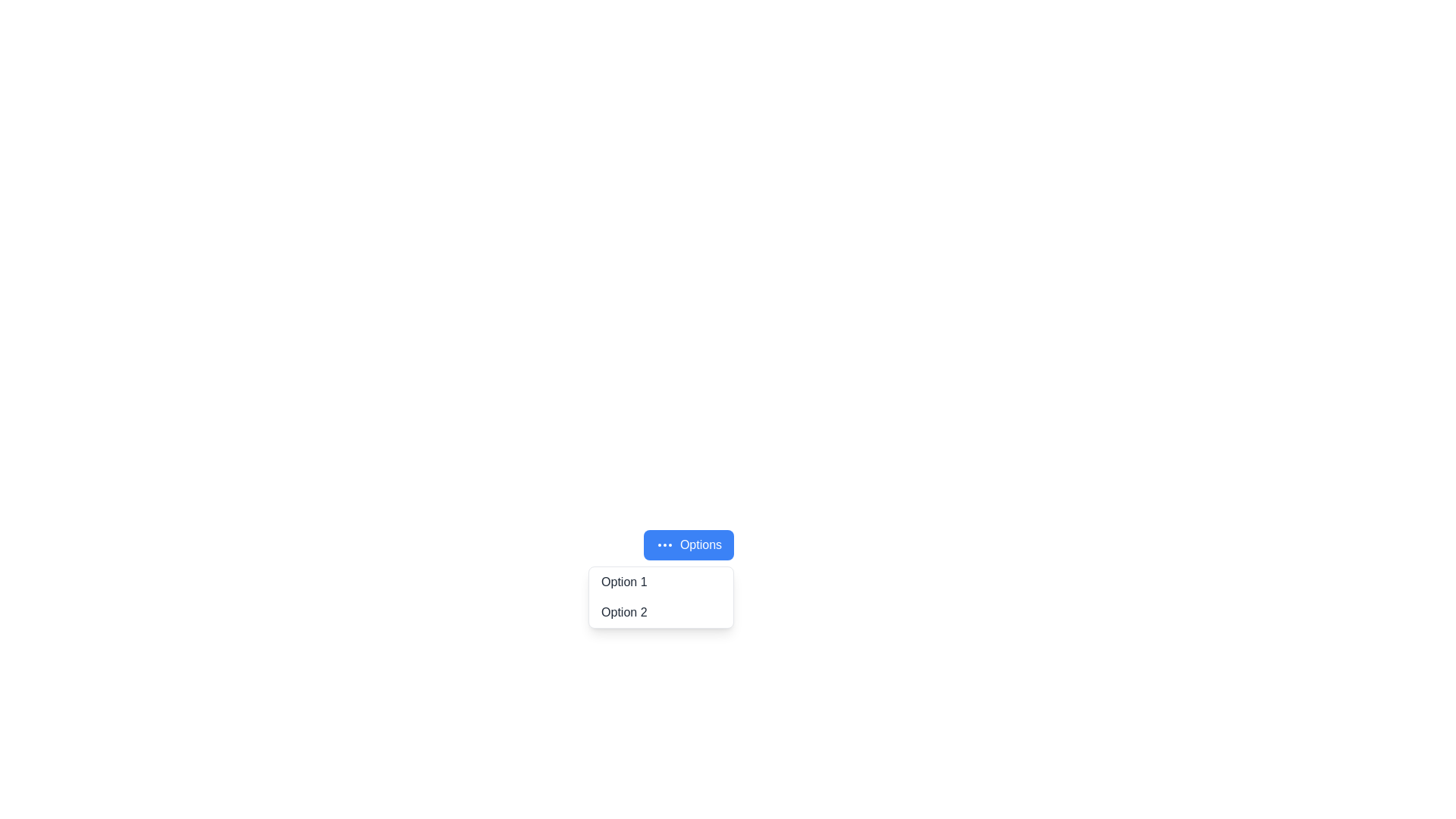 This screenshot has width=1456, height=819. What do you see at coordinates (661, 581) in the screenshot?
I see `the 'Option 1' menu item to activate its hover state` at bounding box center [661, 581].